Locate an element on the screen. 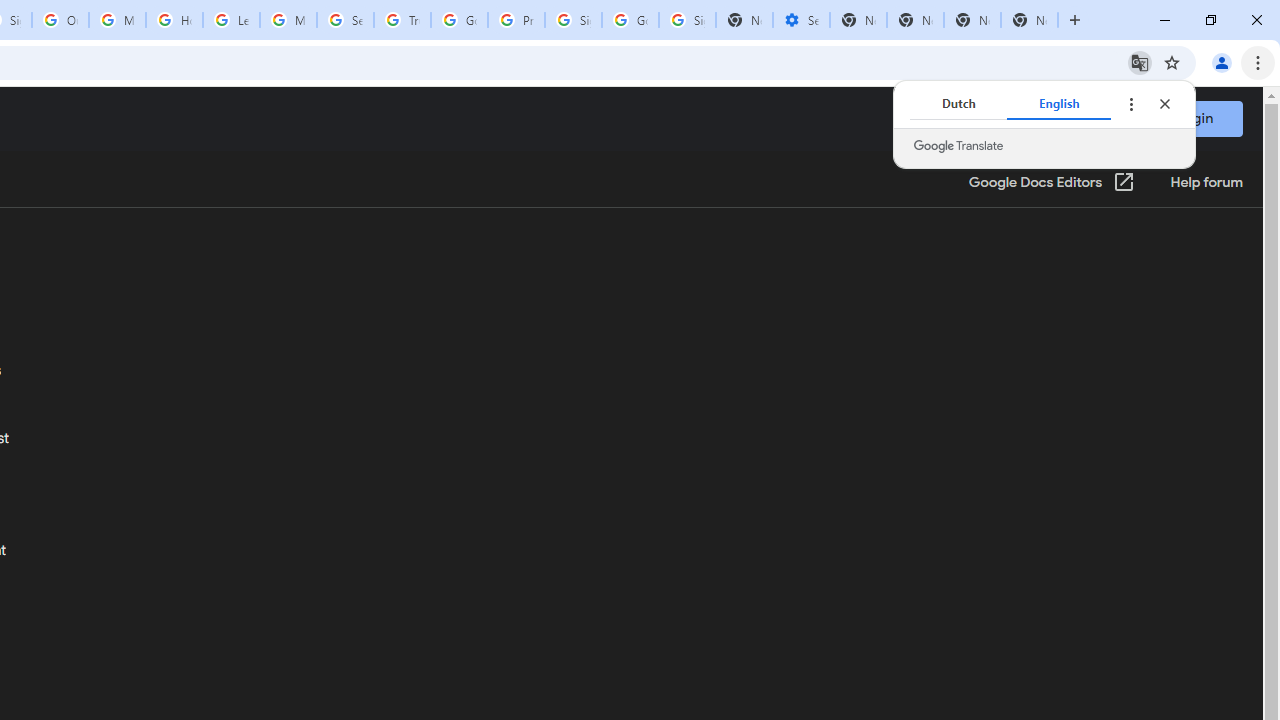 The image size is (1280, 720). 'Google Docs Editors (Opens in new window)' is located at coordinates (1051, 183).